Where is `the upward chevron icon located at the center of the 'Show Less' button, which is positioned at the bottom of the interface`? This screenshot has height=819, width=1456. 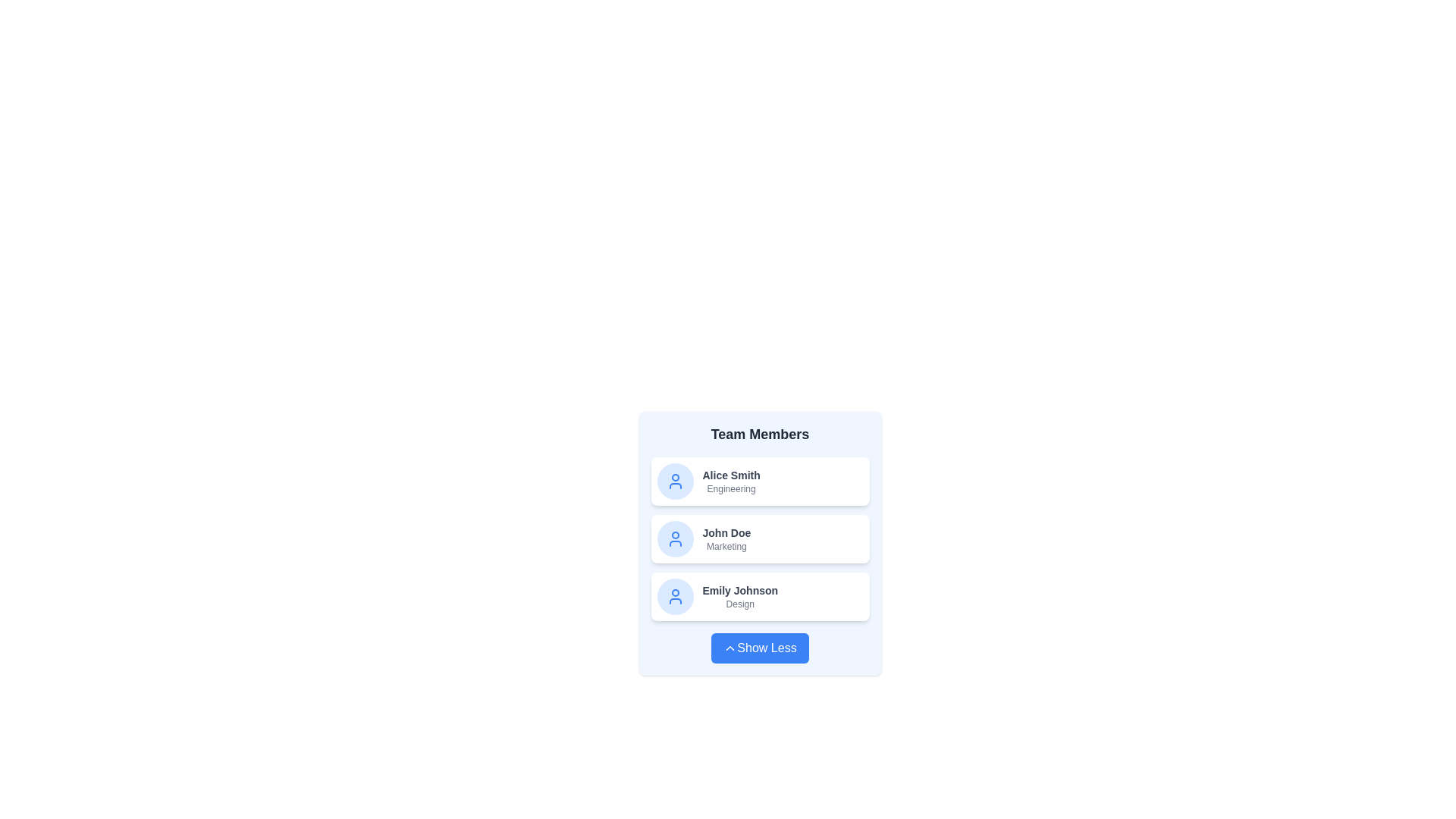 the upward chevron icon located at the center of the 'Show Less' button, which is positioned at the bottom of the interface is located at coordinates (730, 648).